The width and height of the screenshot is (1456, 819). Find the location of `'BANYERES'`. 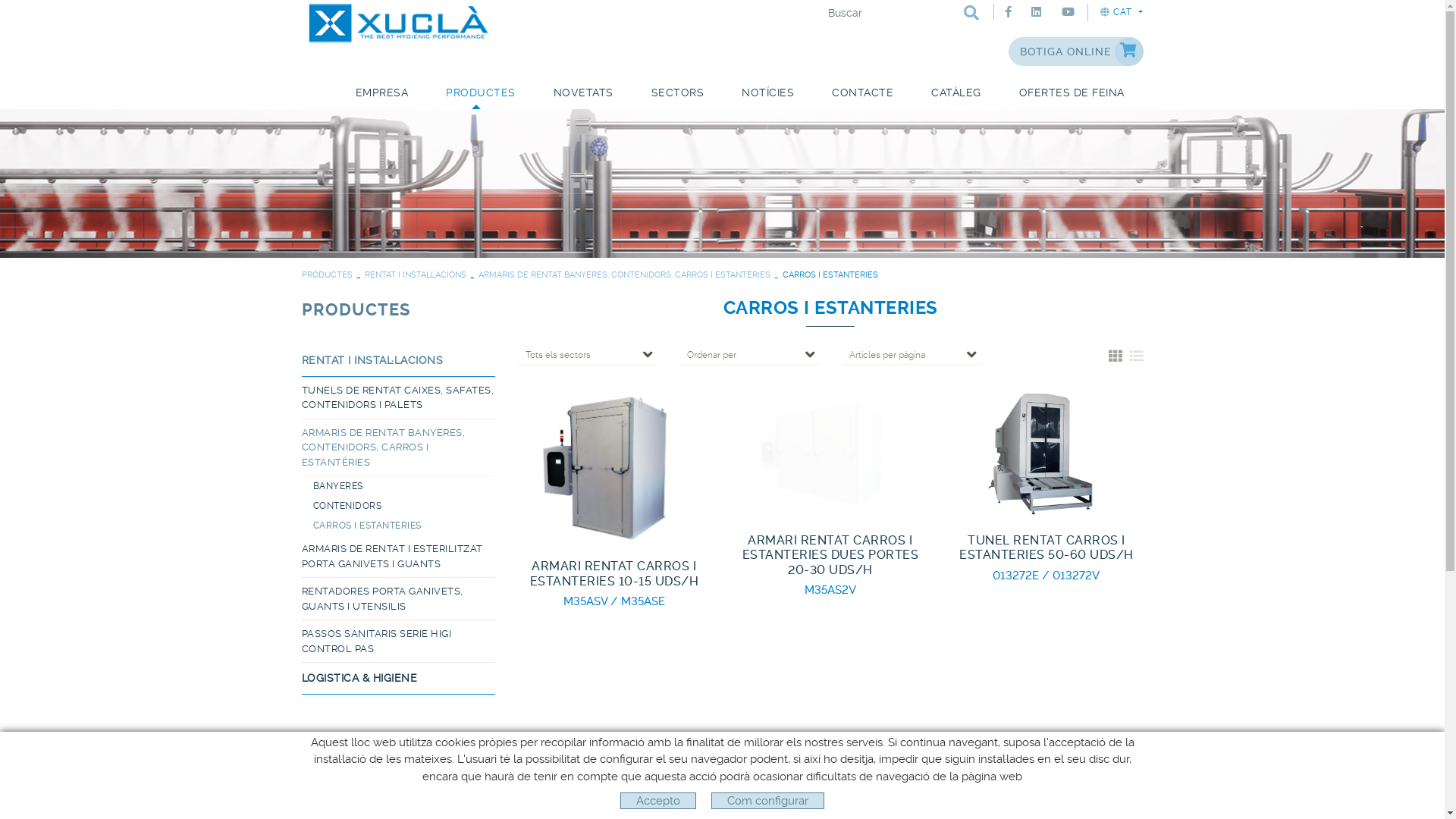

'BANYERES' is located at coordinates (403, 485).